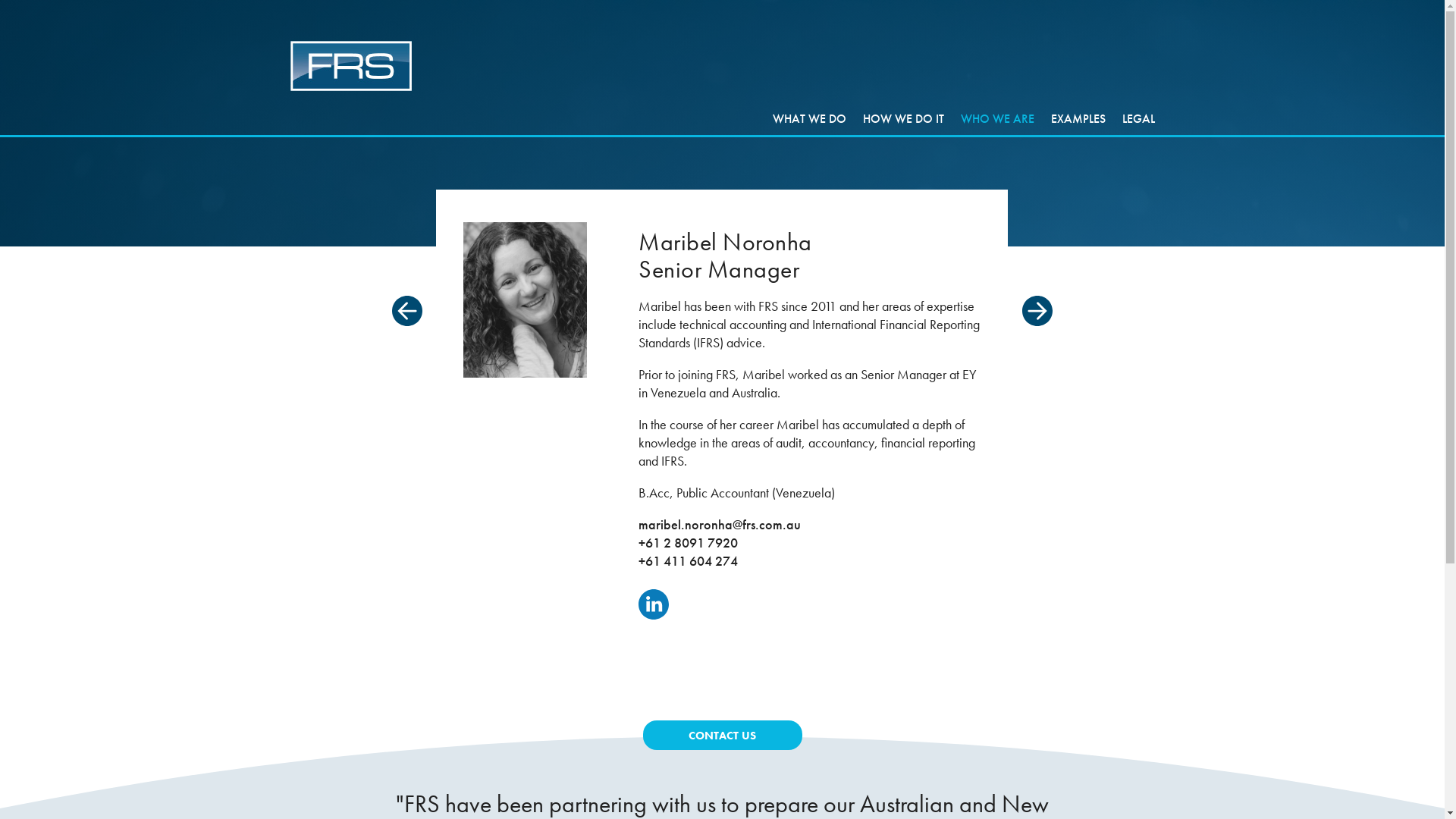  What do you see at coordinates (1138, 118) in the screenshot?
I see `'LEGAL'` at bounding box center [1138, 118].